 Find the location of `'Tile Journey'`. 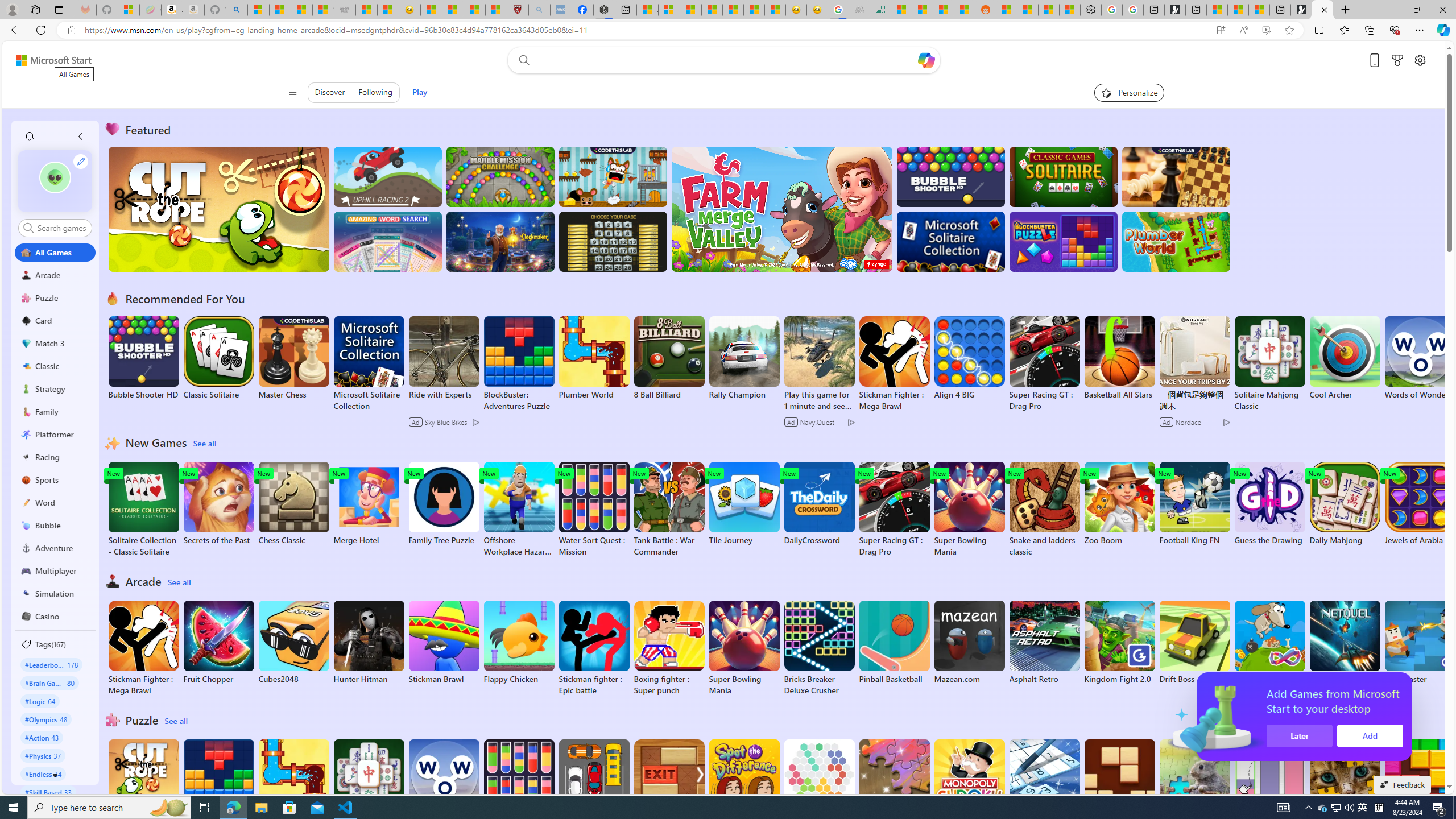

'Tile Journey' is located at coordinates (744, 503).